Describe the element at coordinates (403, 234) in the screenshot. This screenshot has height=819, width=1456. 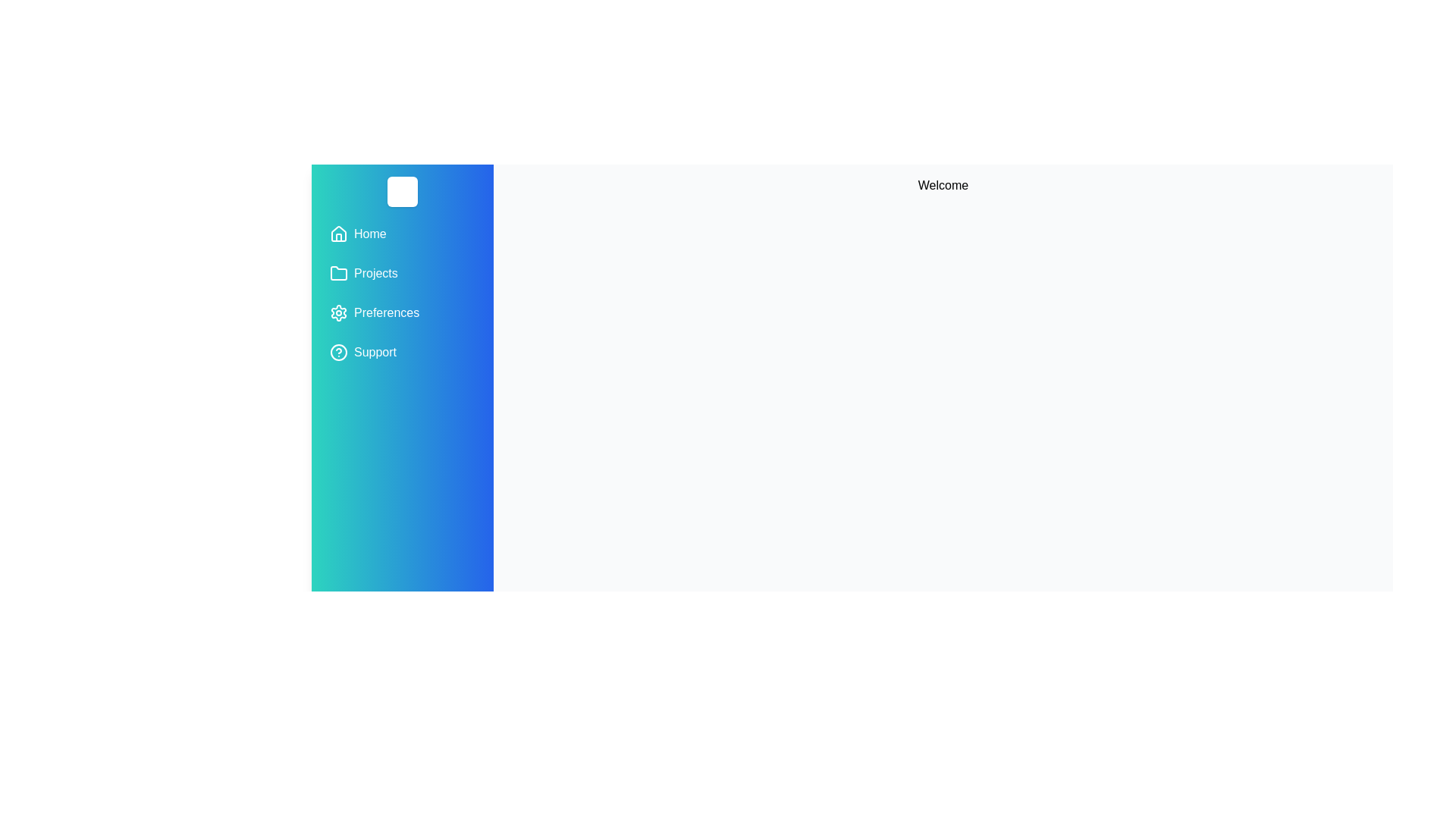
I see `the menu item Home` at that location.